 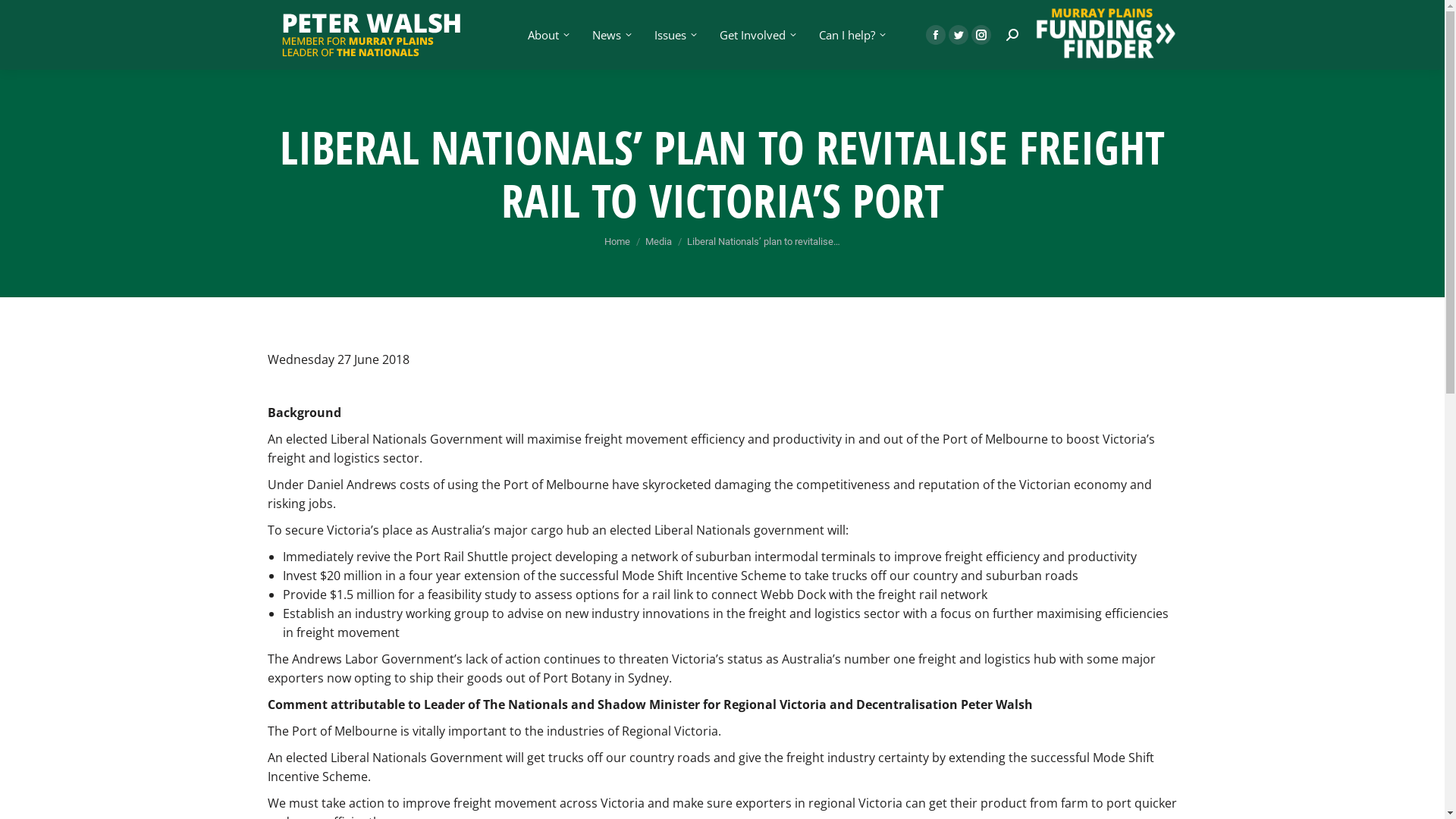 What do you see at coordinates (980, 34) in the screenshot?
I see `'Instagram page opens in new window'` at bounding box center [980, 34].